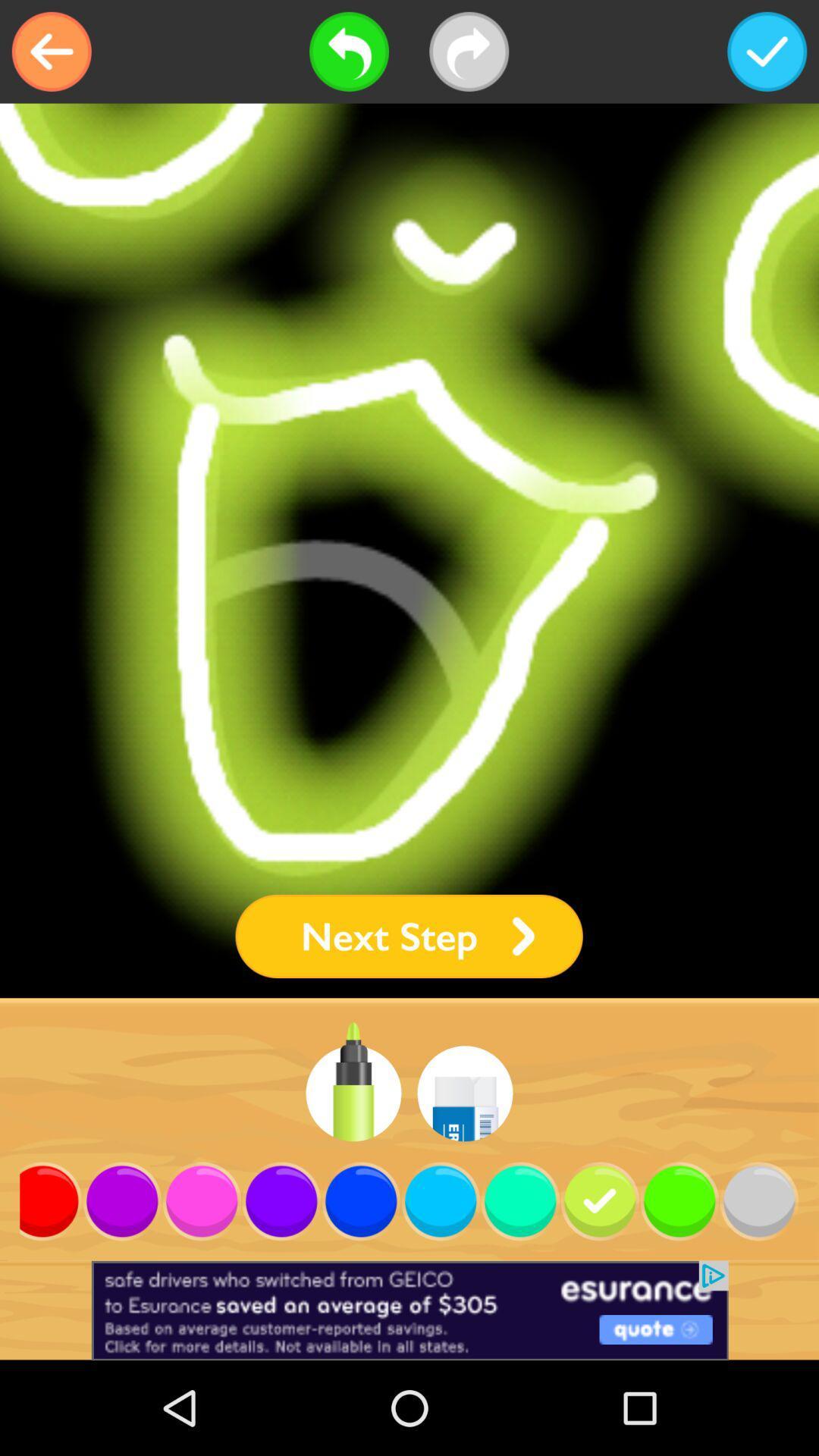 The width and height of the screenshot is (819, 1456). Describe the element at coordinates (51, 52) in the screenshot. I see `icon at the top left corner` at that location.